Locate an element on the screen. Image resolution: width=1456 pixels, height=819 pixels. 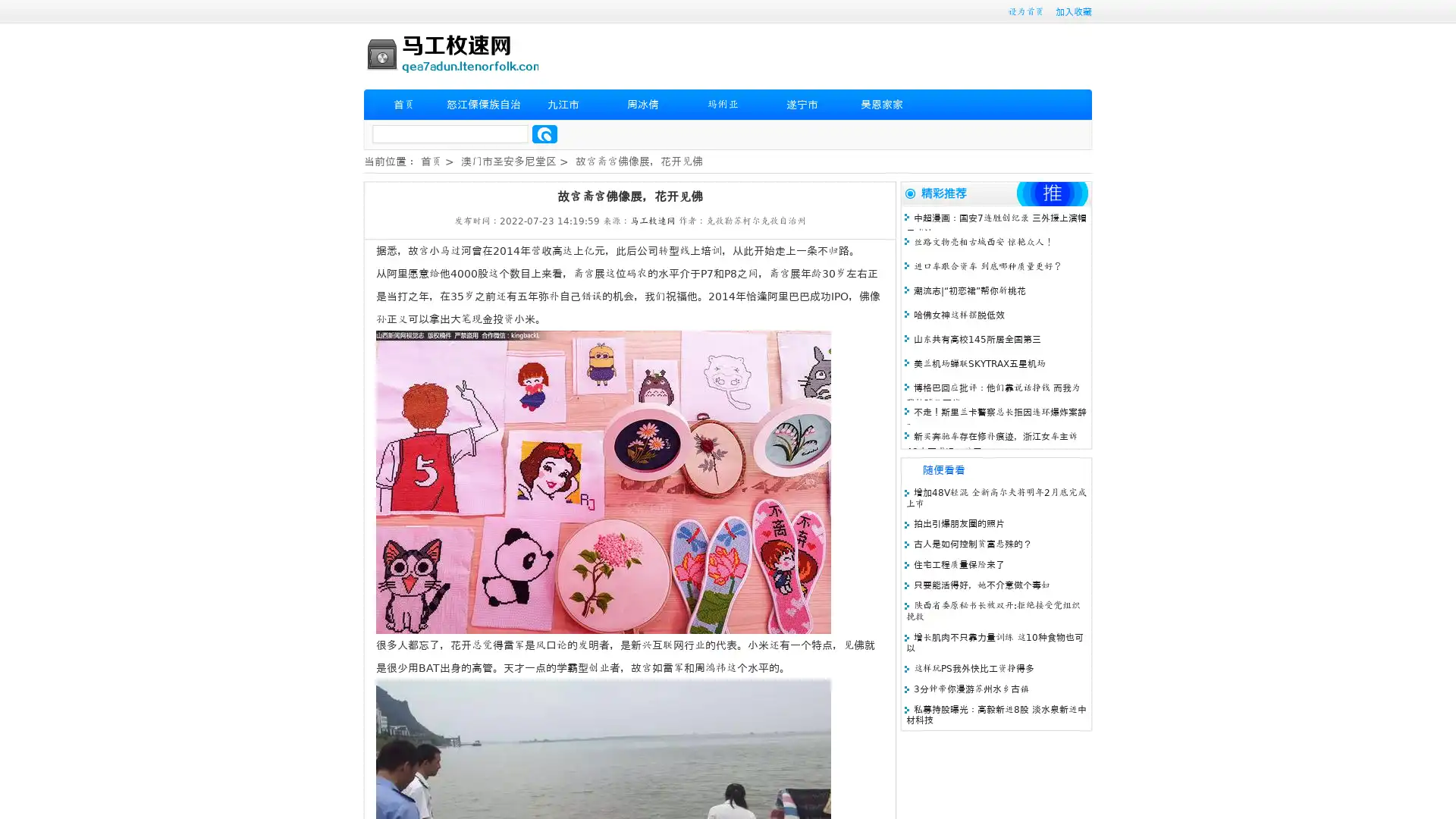
Search is located at coordinates (544, 133).